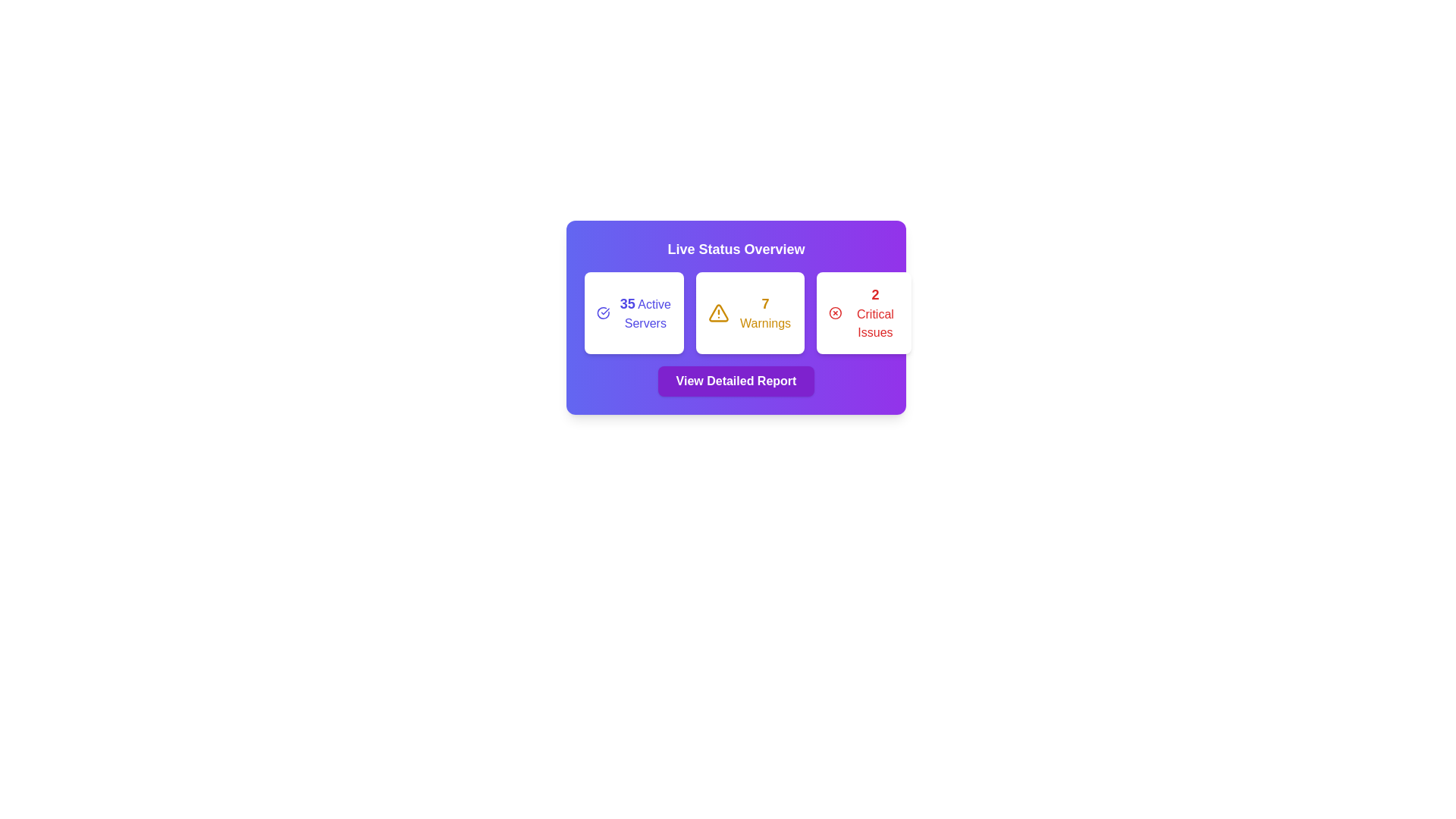  I want to click on the static text label displaying the number '7' in bold golden font, located slightly to the left of the center of the 'Warnings' box, so click(765, 304).